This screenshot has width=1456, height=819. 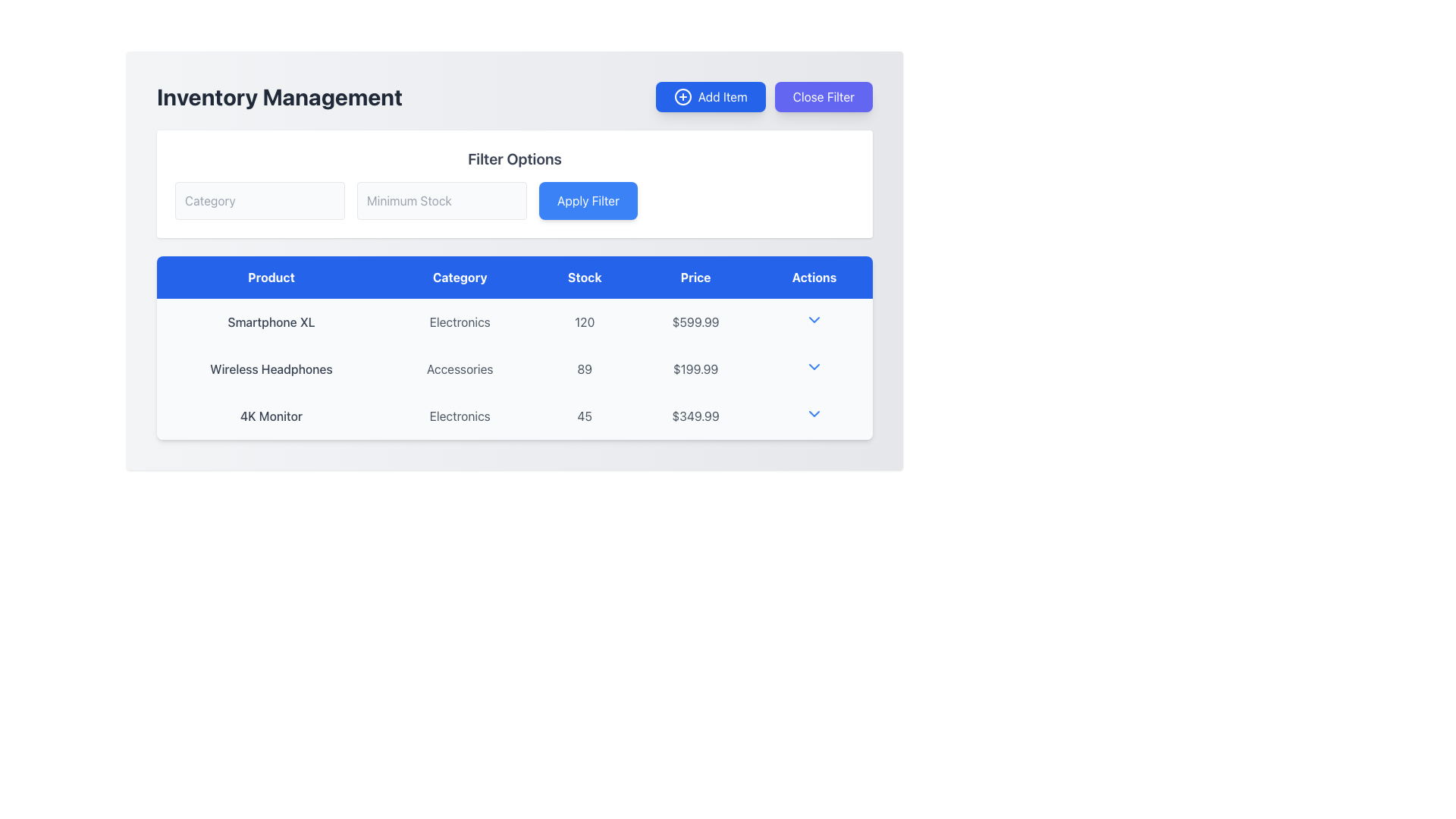 I want to click on the Icon button in the 'Actions' column of the first row for 'Smartphone XL', so click(x=814, y=321).